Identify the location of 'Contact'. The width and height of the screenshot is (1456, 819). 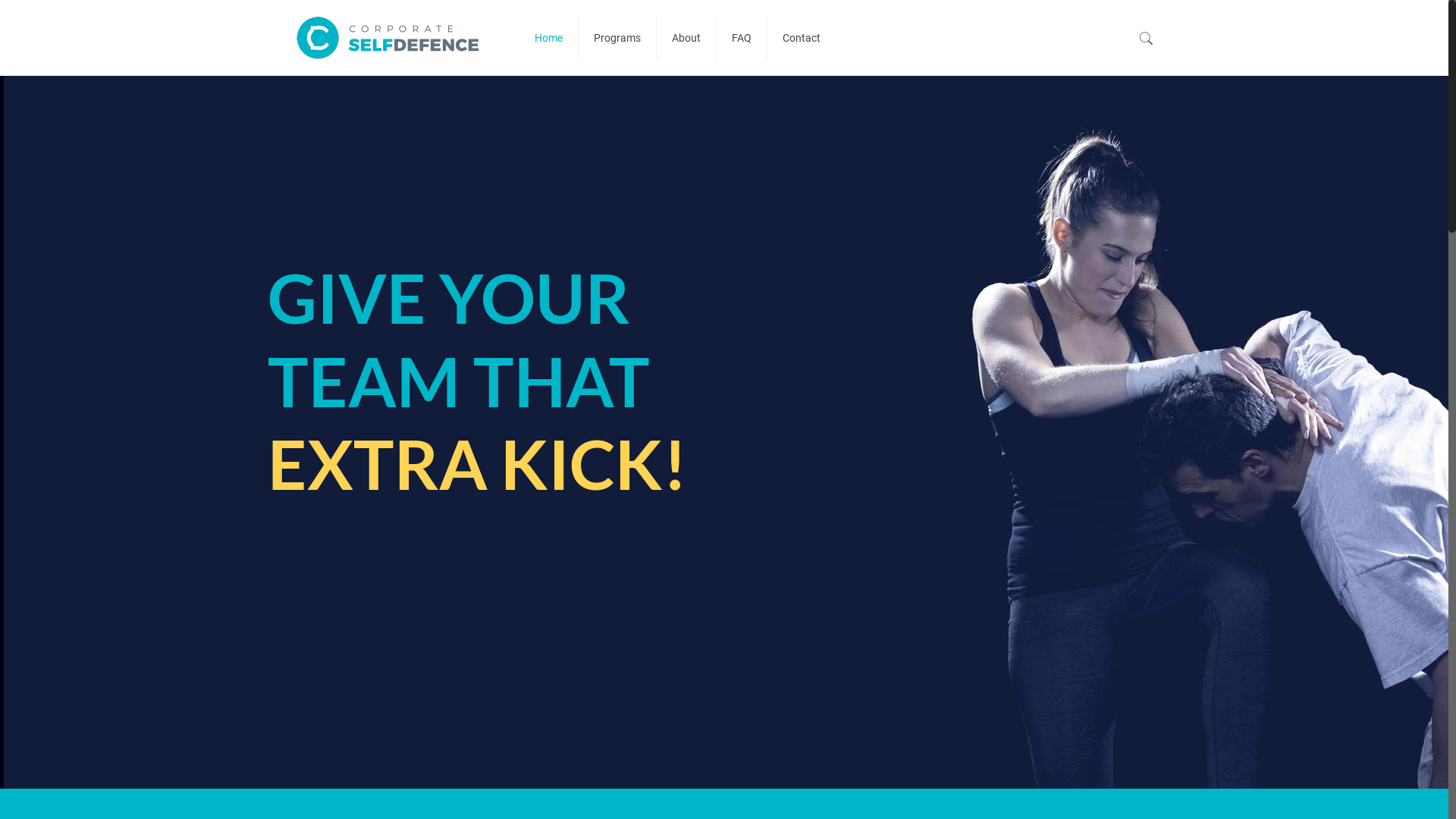
(800, 37).